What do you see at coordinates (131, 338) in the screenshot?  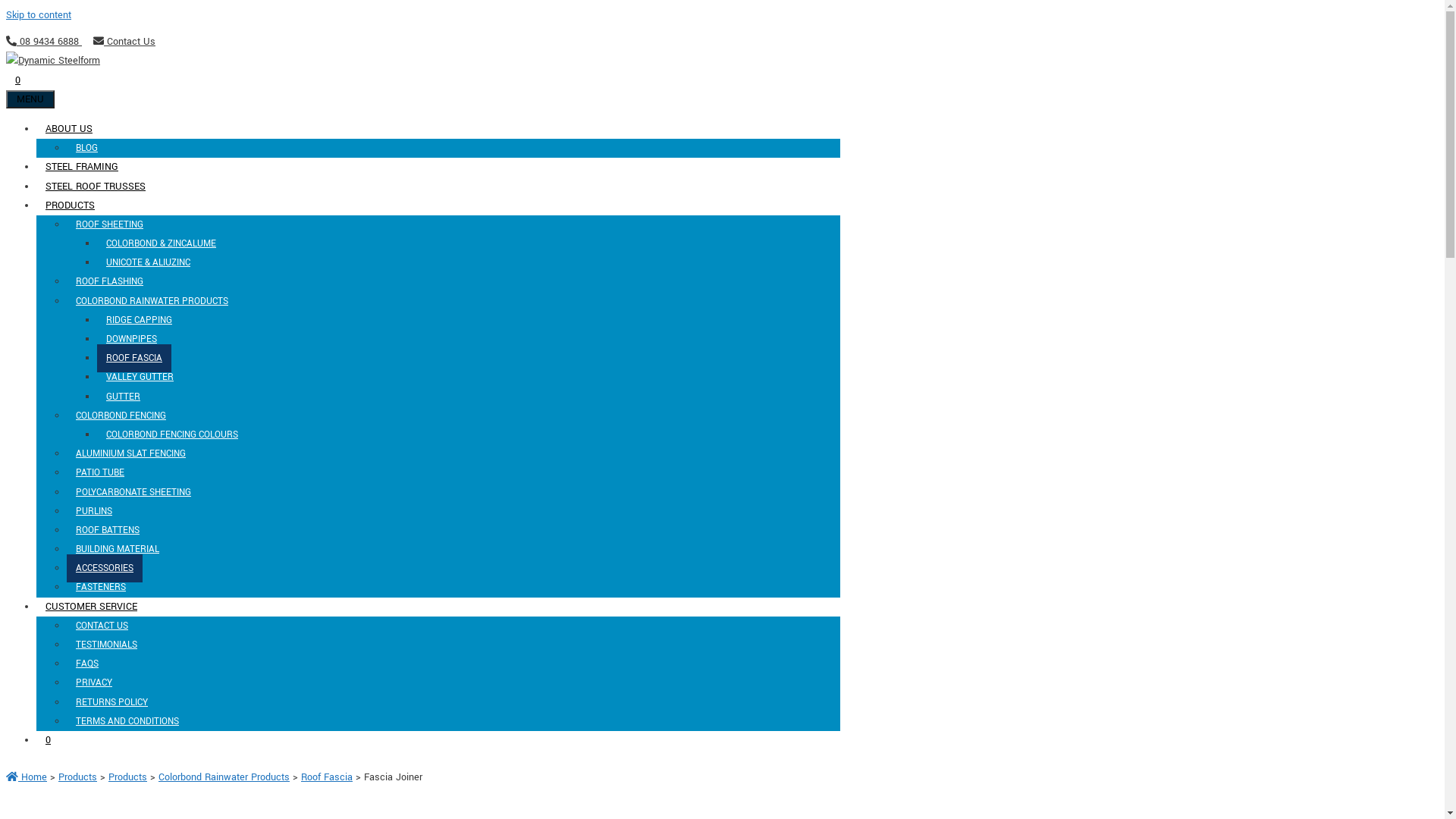 I see `'DOWNPIPES'` at bounding box center [131, 338].